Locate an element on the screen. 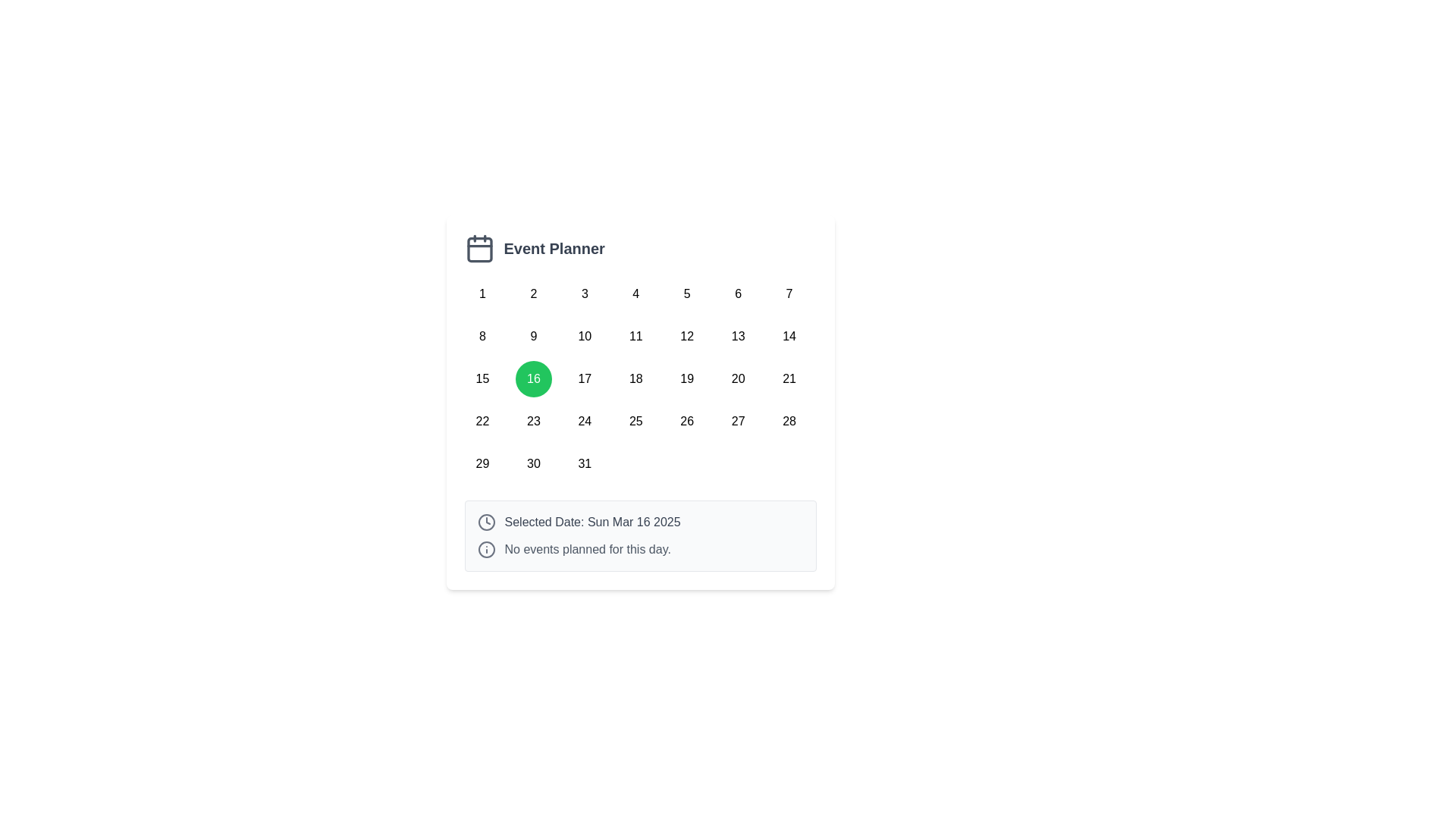 The image size is (1456, 819). the button that allows users to select the 24th day of the month in the calendar located under the 'Event Planner' header is located at coordinates (584, 421).